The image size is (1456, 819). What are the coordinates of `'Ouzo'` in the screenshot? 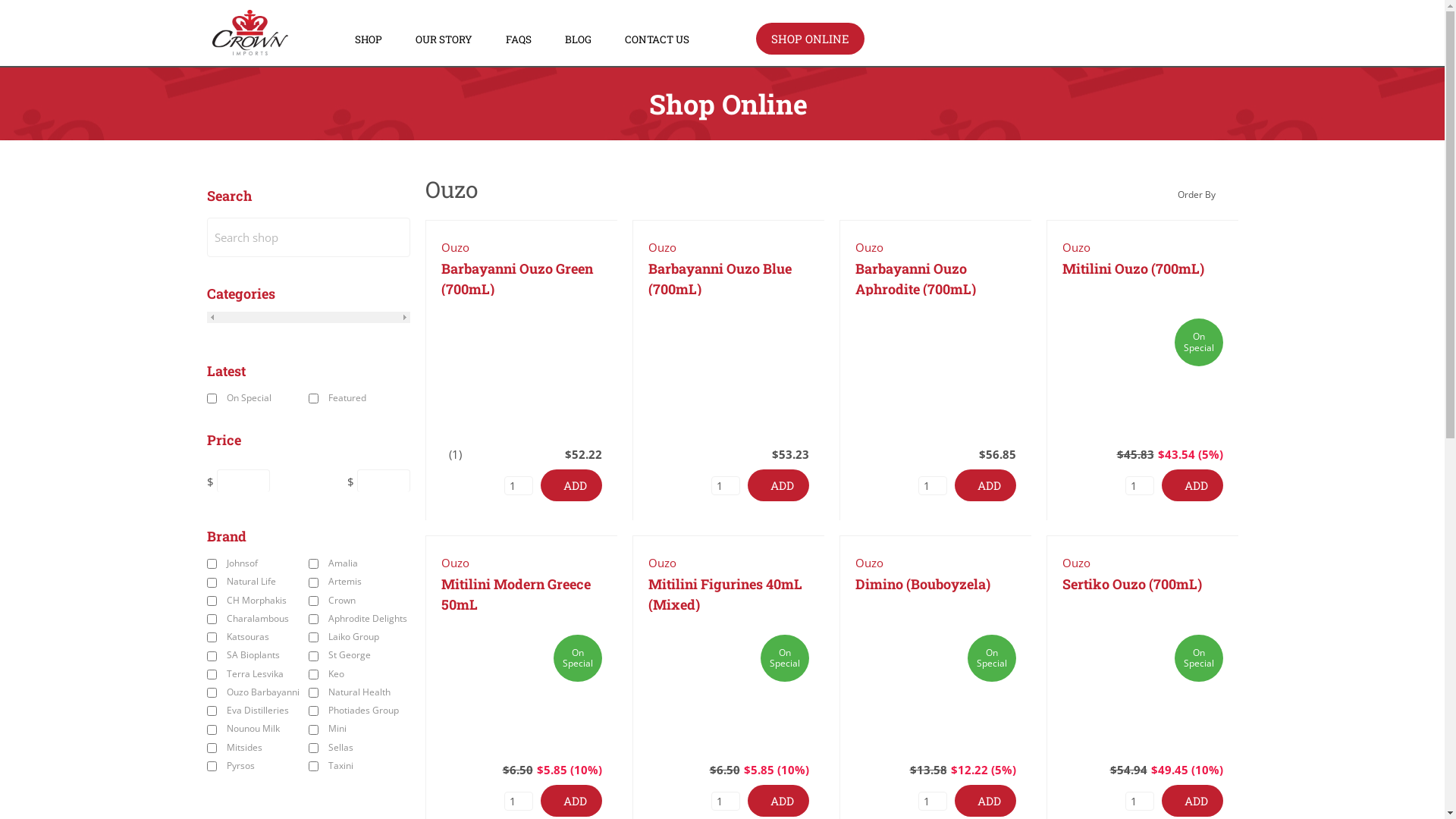 It's located at (454, 246).